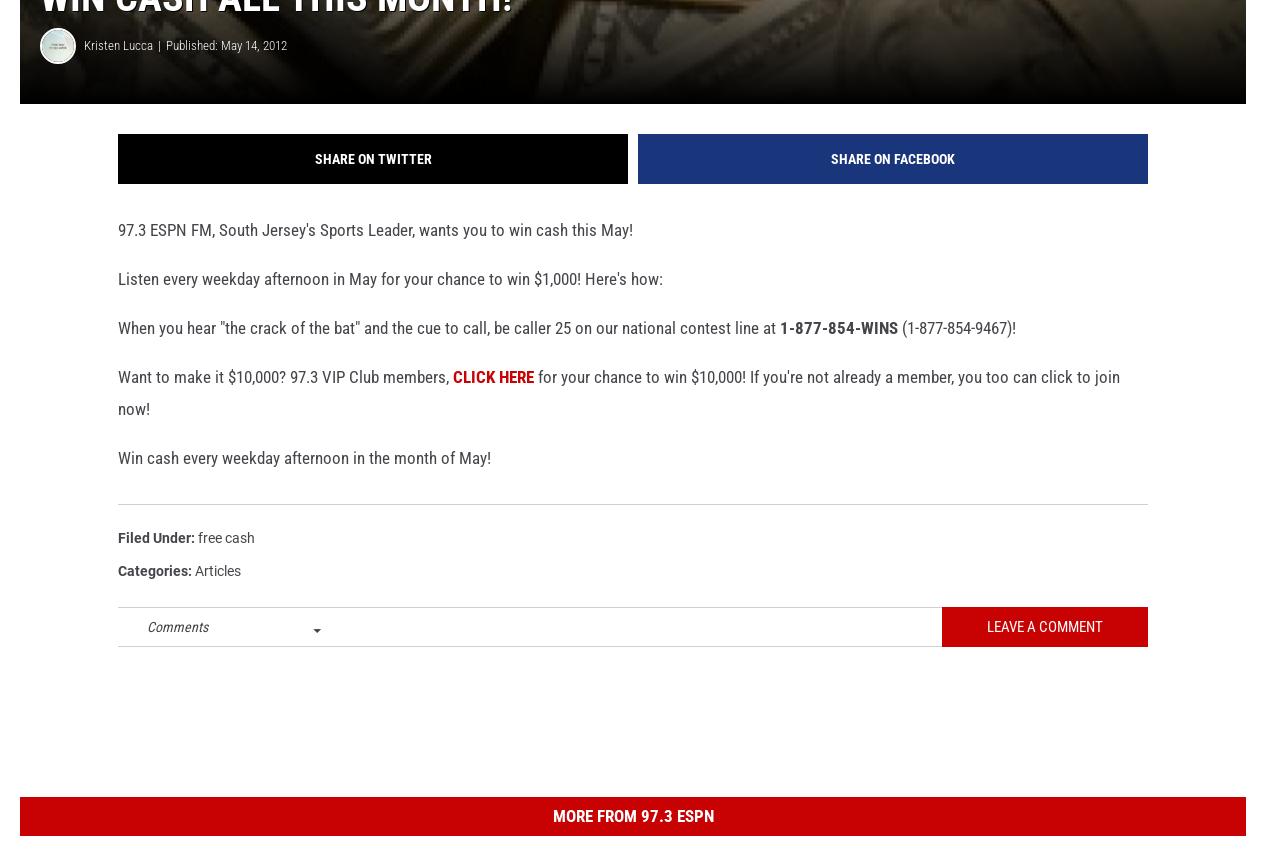 The image size is (1286, 853). I want to click on 'When you hear "the crack of the bat" and the cue to call, be caller 25 on our national contest line at', so click(447, 358).